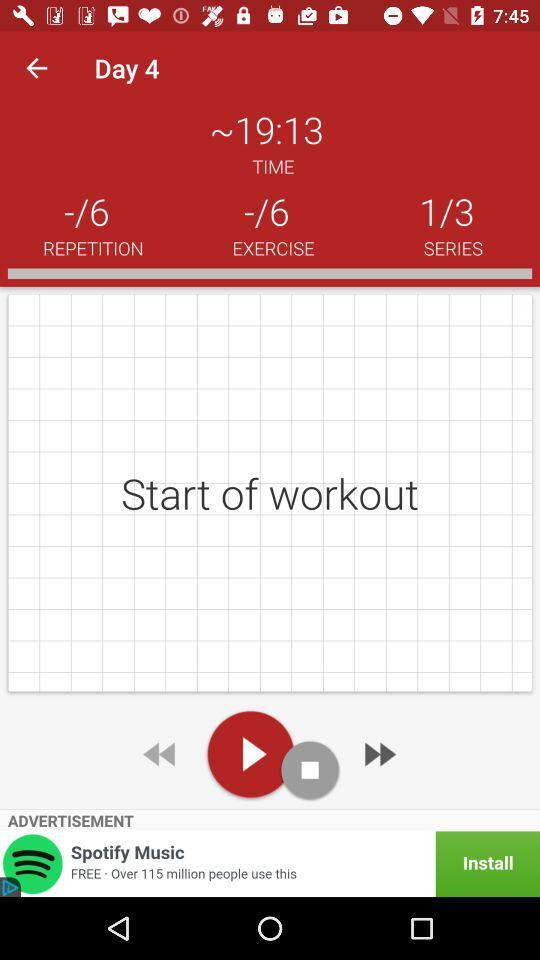 The width and height of the screenshot is (540, 960). Describe the element at coordinates (270, 863) in the screenshot. I see `app install` at that location.